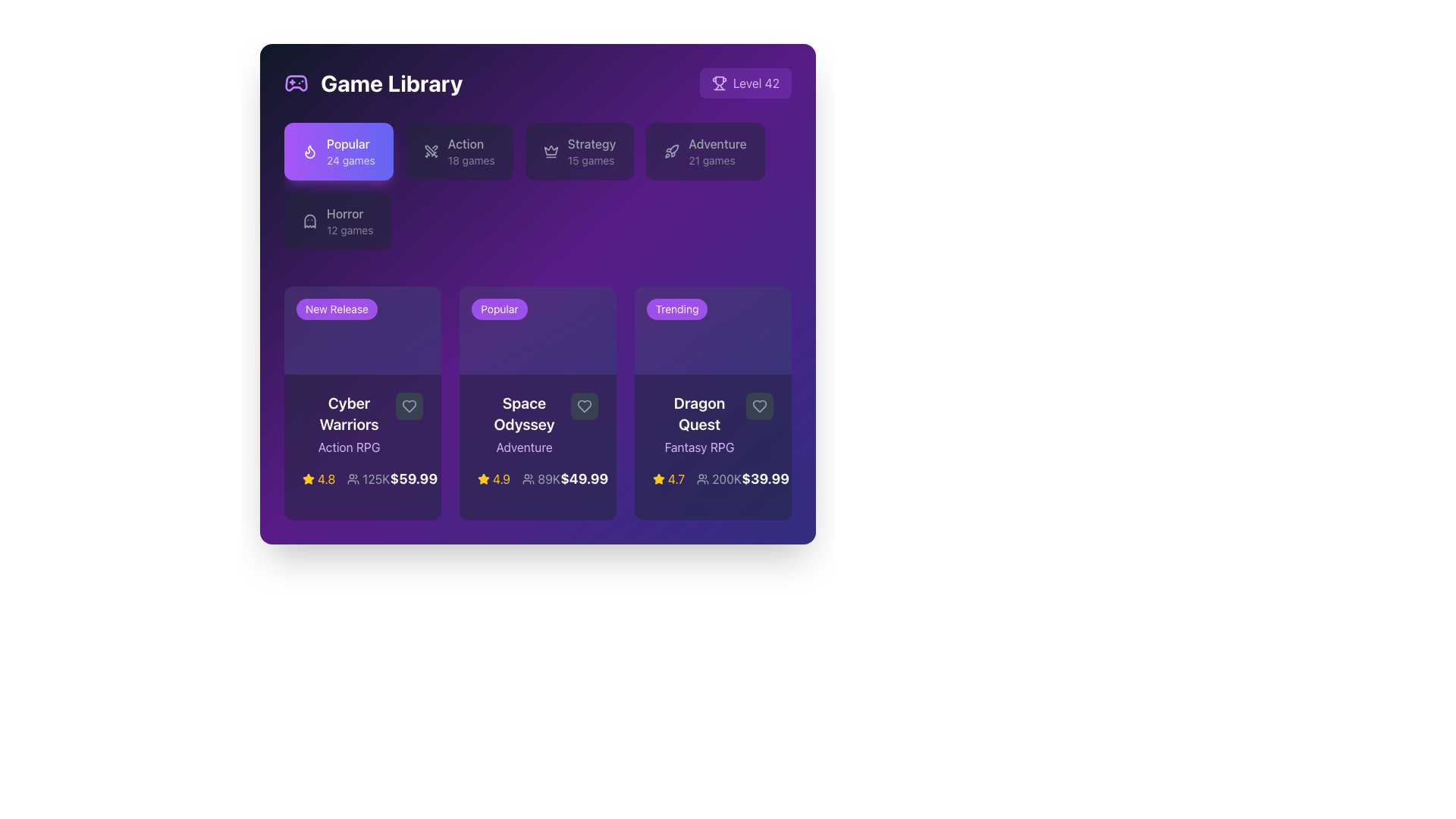 The height and width of the screenshot is (819, 1456). Describe the element at coordinates (409, 406) in the screenshot. I see `the heart icon button located at the top-right corner of the 'Cyber Warriors' card` at that location.